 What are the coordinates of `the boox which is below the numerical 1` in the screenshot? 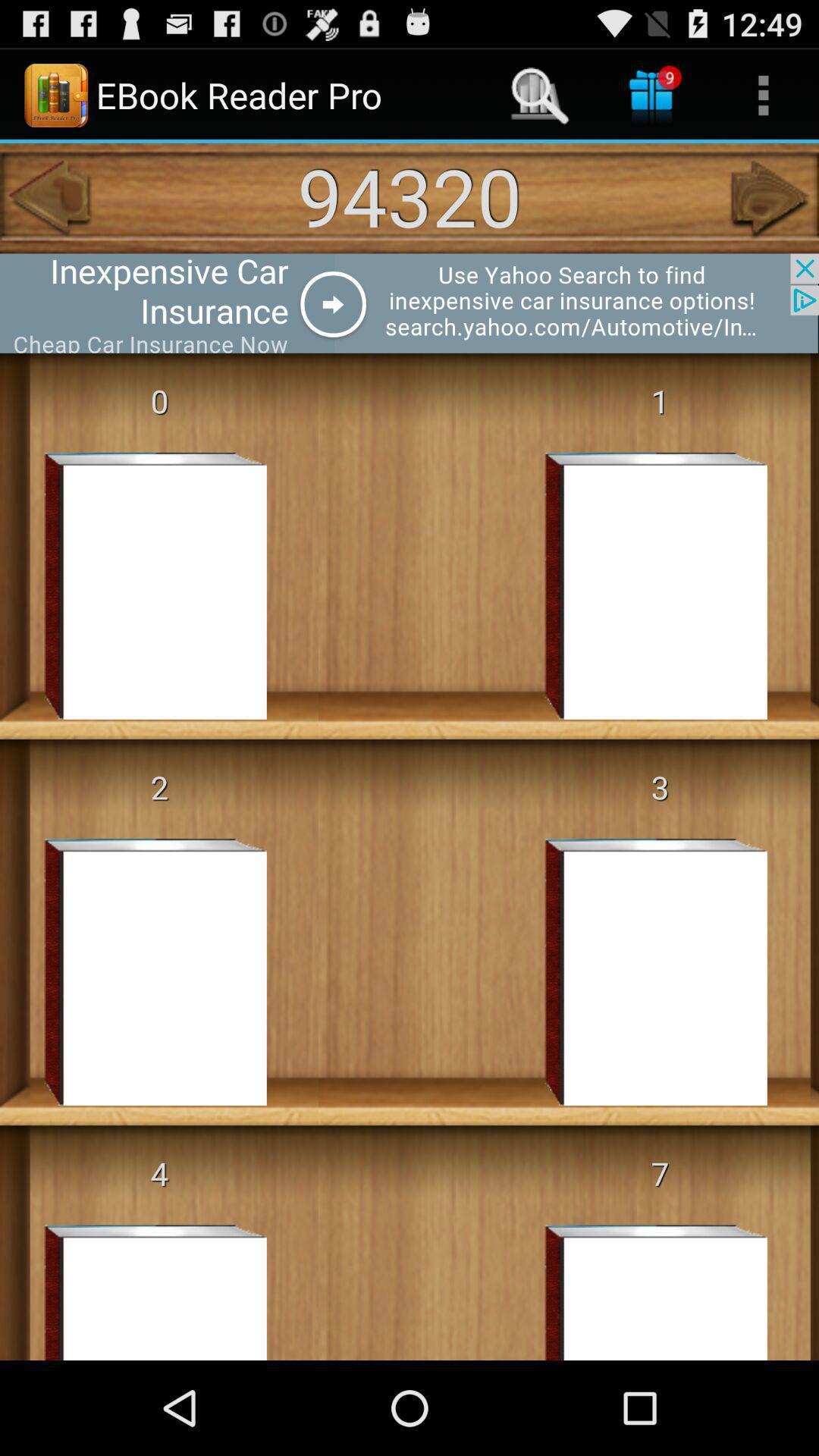 It's located at (634, 585).